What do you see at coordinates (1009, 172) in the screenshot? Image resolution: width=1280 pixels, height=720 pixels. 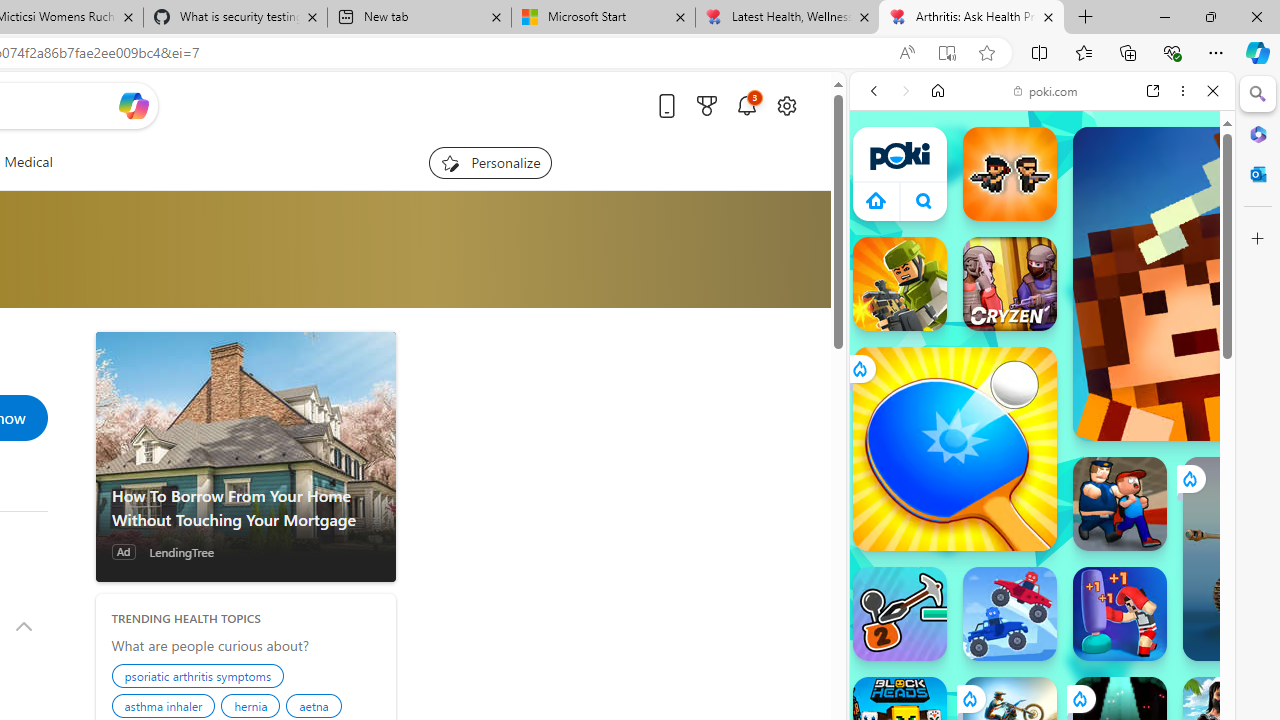 I see `'Zombie Rush'` at bounding box center [1009, 172].